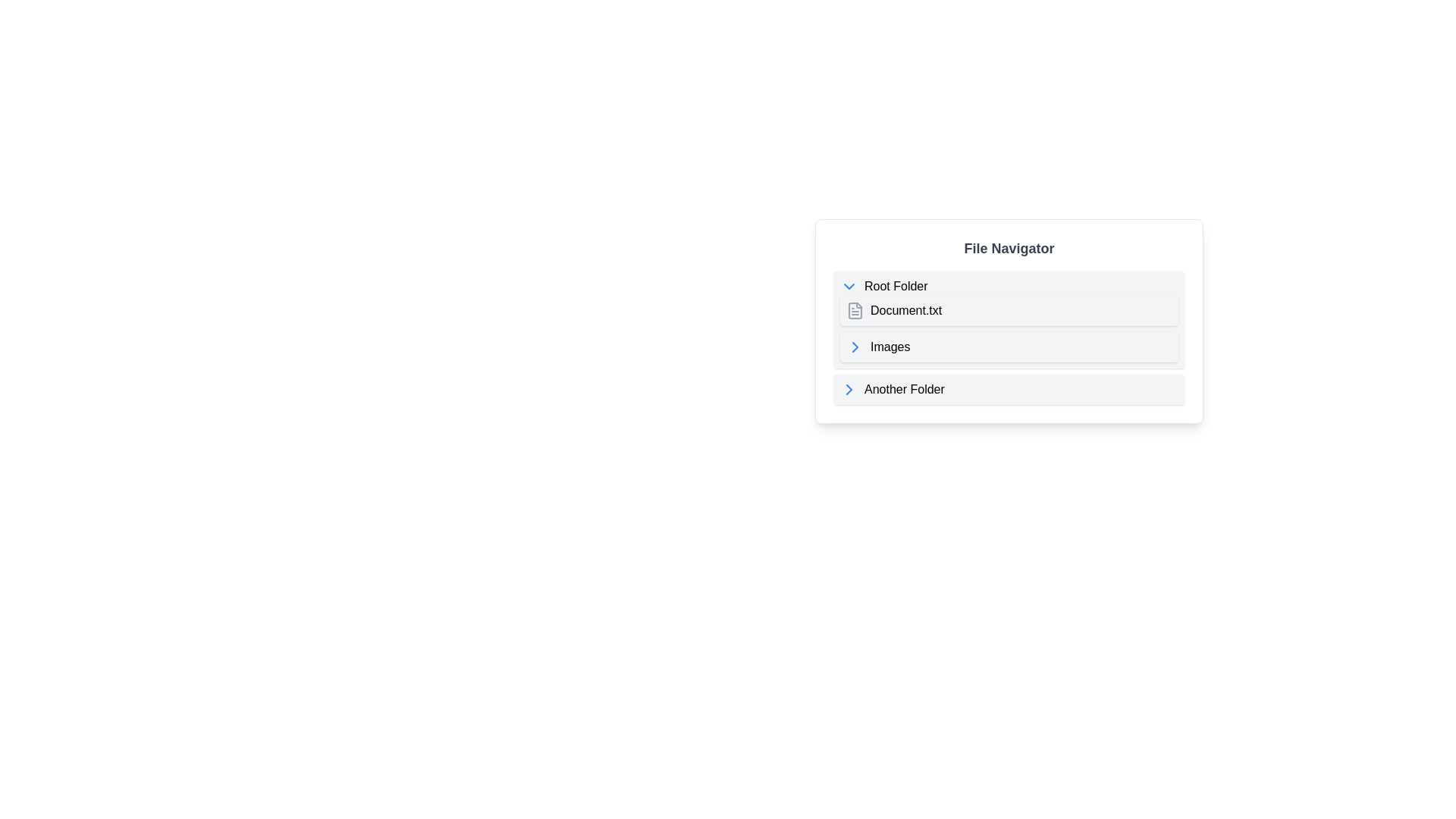  What do you see at coordinates (890, 347) in the screenshot?
I see `the 'Images' clickable text link in the file navigator` at bounding box center [890, 347].